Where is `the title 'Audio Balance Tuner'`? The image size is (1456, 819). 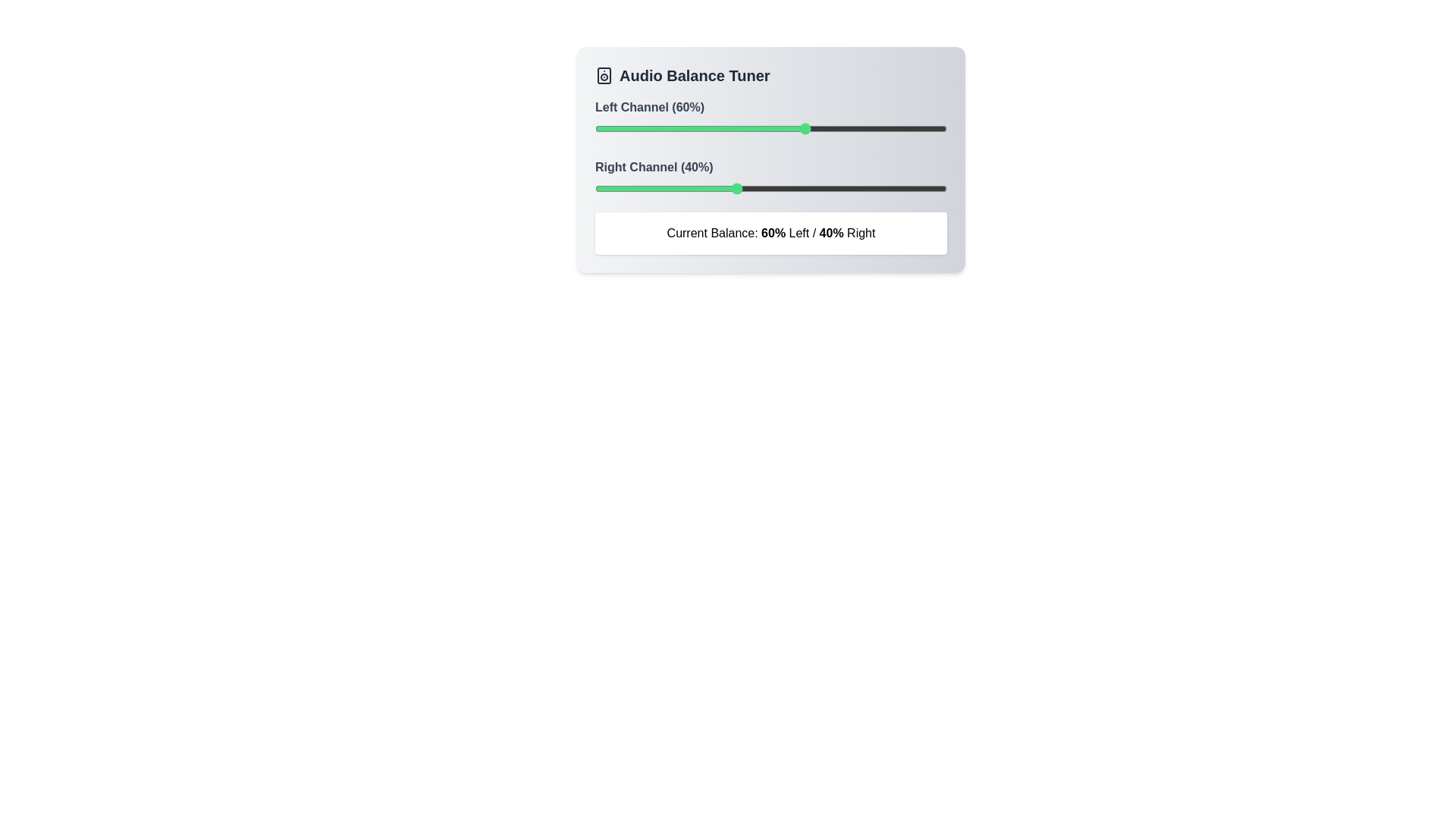
the title 'Audio Balance Tuner' is located at coordinates (771, 76).